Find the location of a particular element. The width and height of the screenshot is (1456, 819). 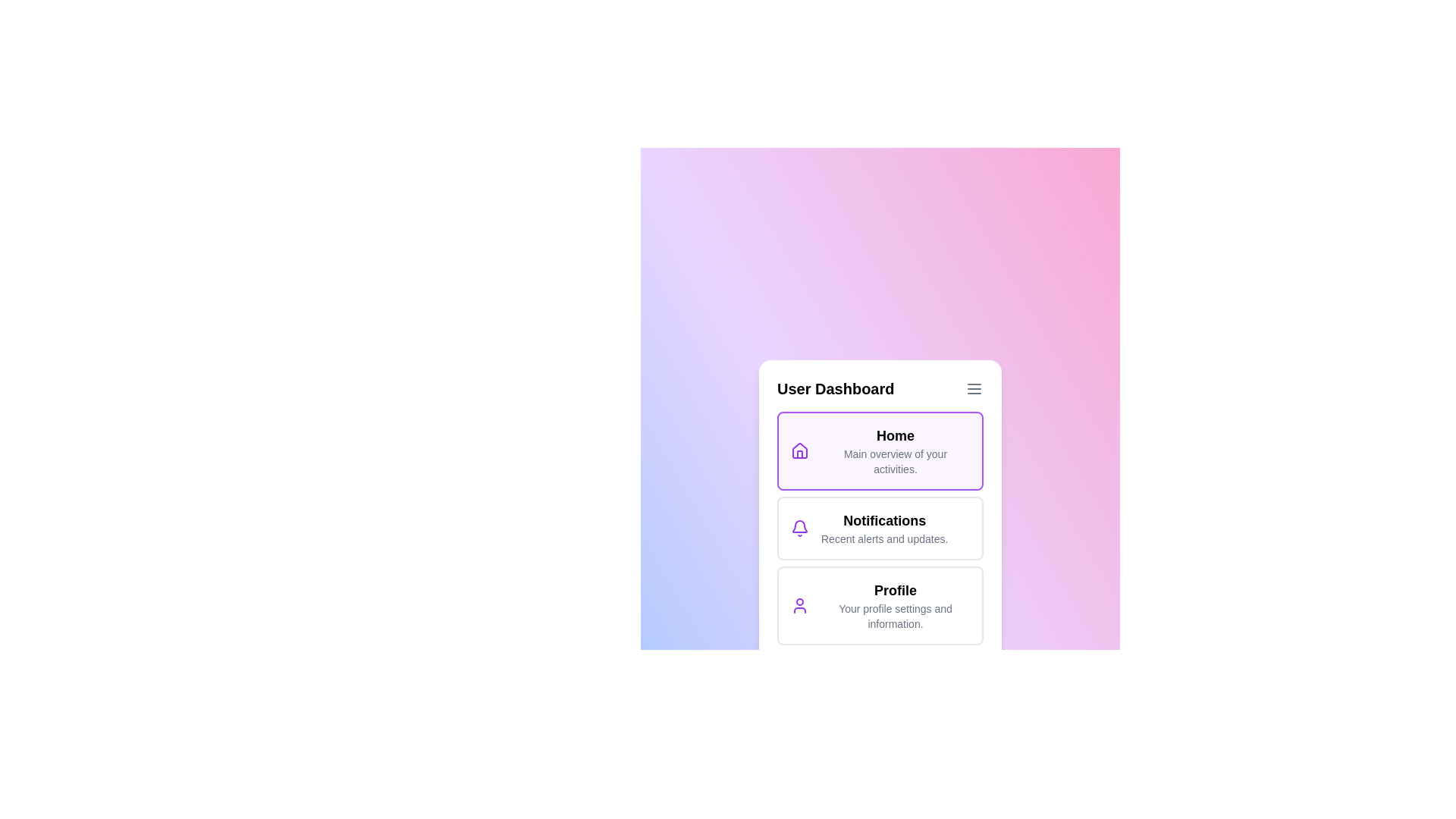

the menu item corresponding to Notifications is located at coordinates (880, 528).